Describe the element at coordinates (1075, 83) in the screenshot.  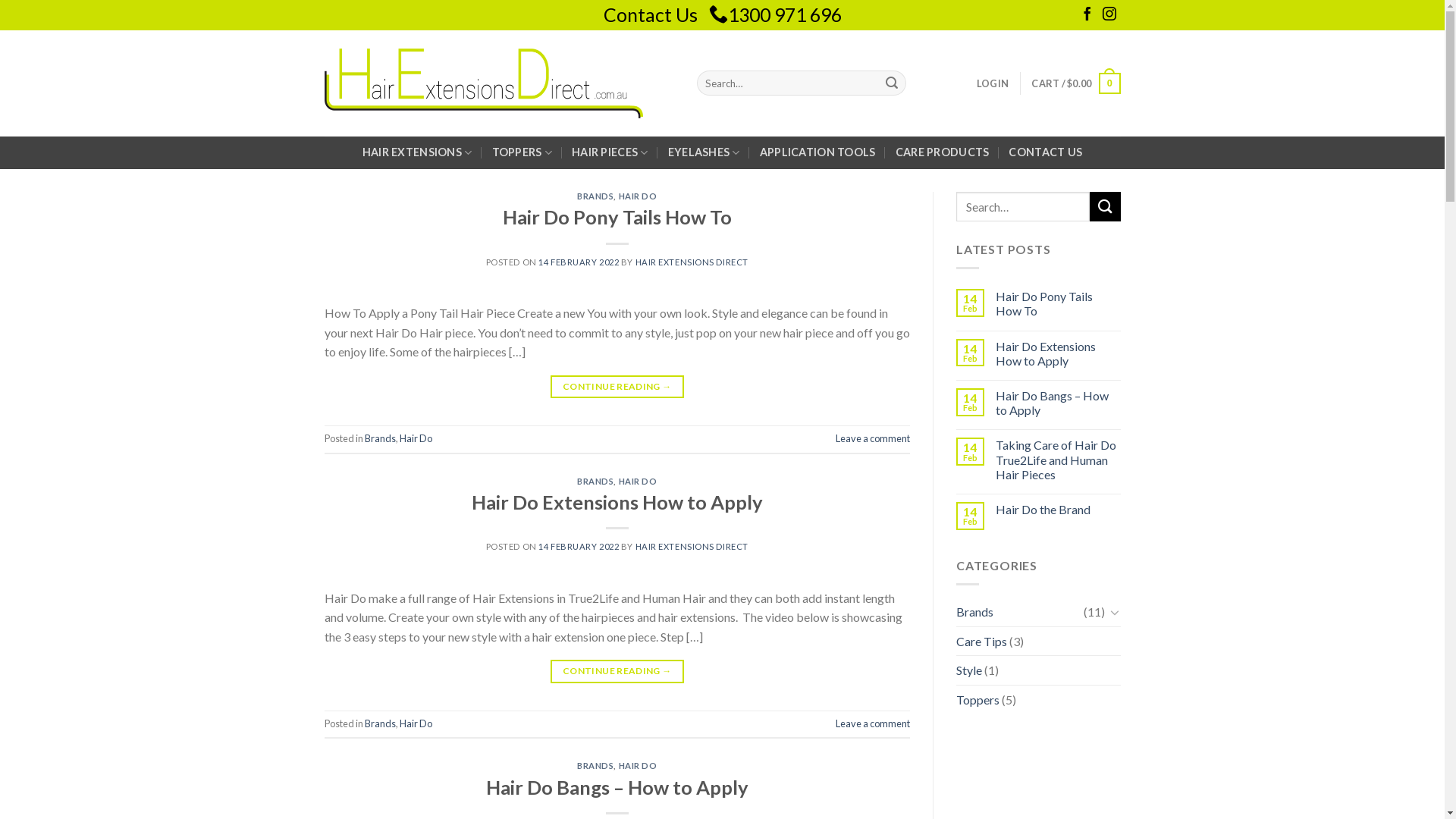
I see `'CART / $0.00` at that location.